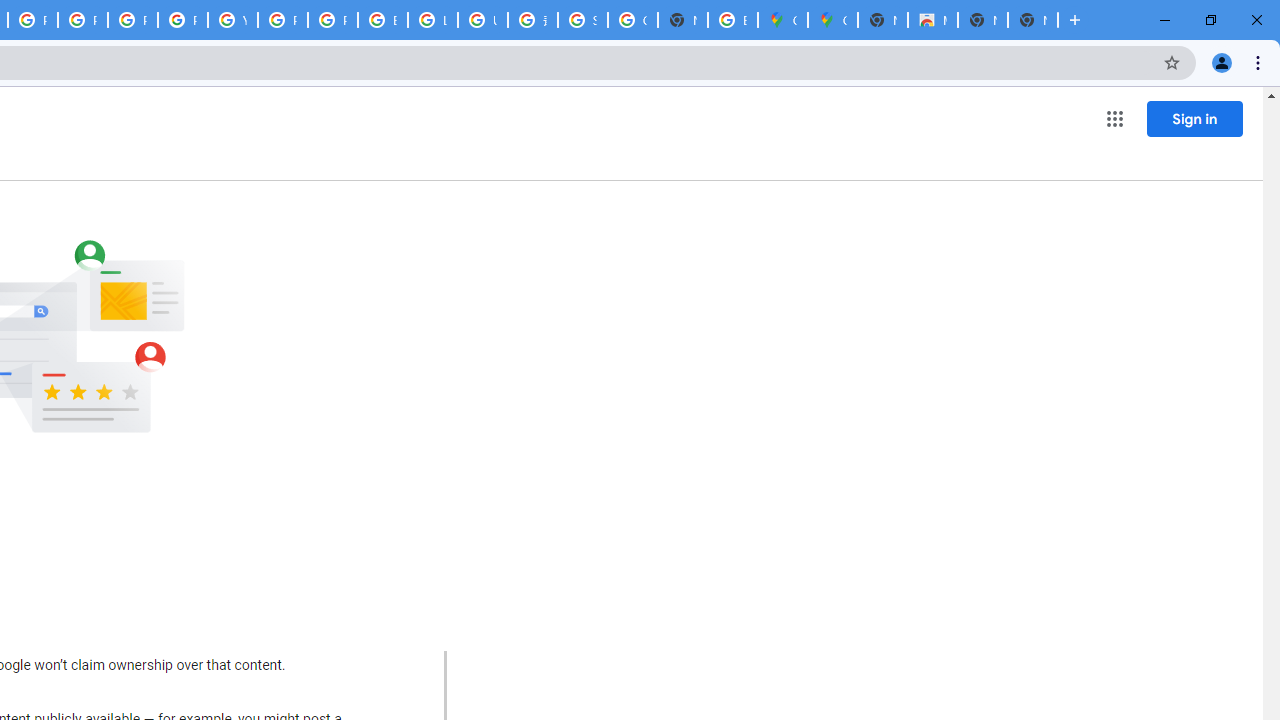  Describe the element at coordinates (81, 20) in the screenshot. I see `'Privacy Help Center - Policies Help'` at that location.